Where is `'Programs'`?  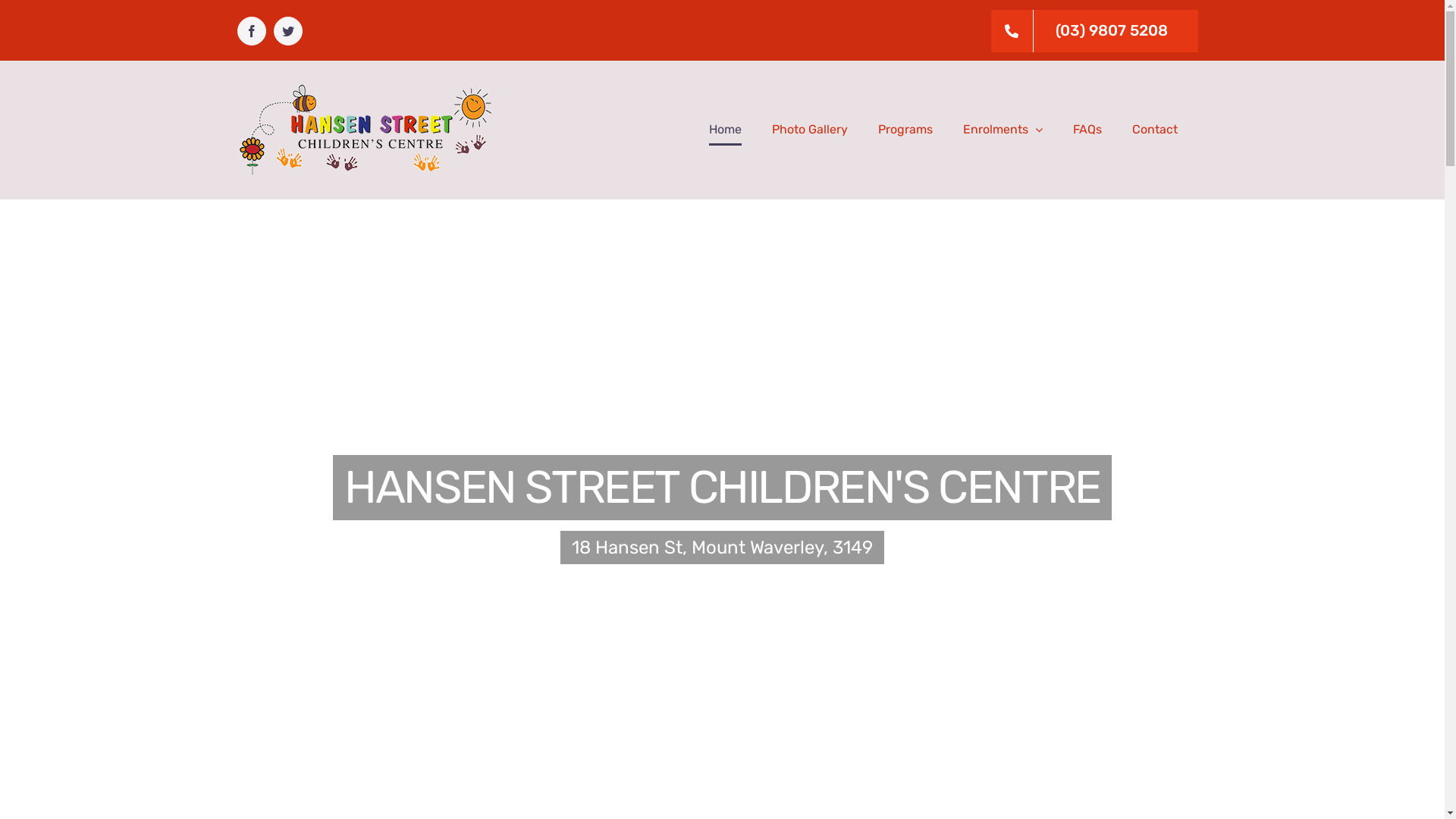
'Programs' is located at coordinates (905, 128).